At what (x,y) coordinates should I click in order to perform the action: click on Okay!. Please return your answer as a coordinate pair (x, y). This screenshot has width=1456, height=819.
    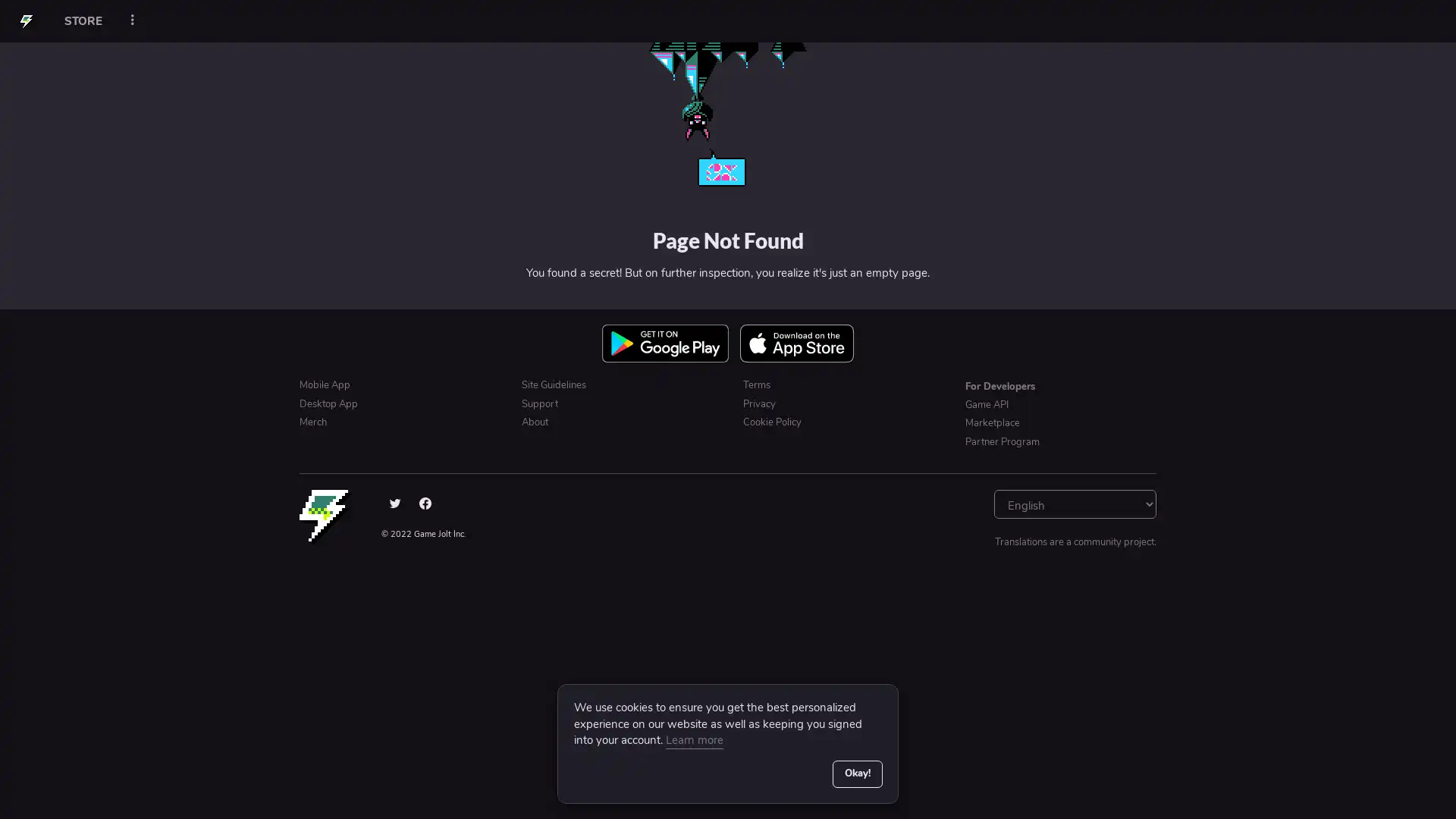
    Looking at the image, I should click on (856, 773).